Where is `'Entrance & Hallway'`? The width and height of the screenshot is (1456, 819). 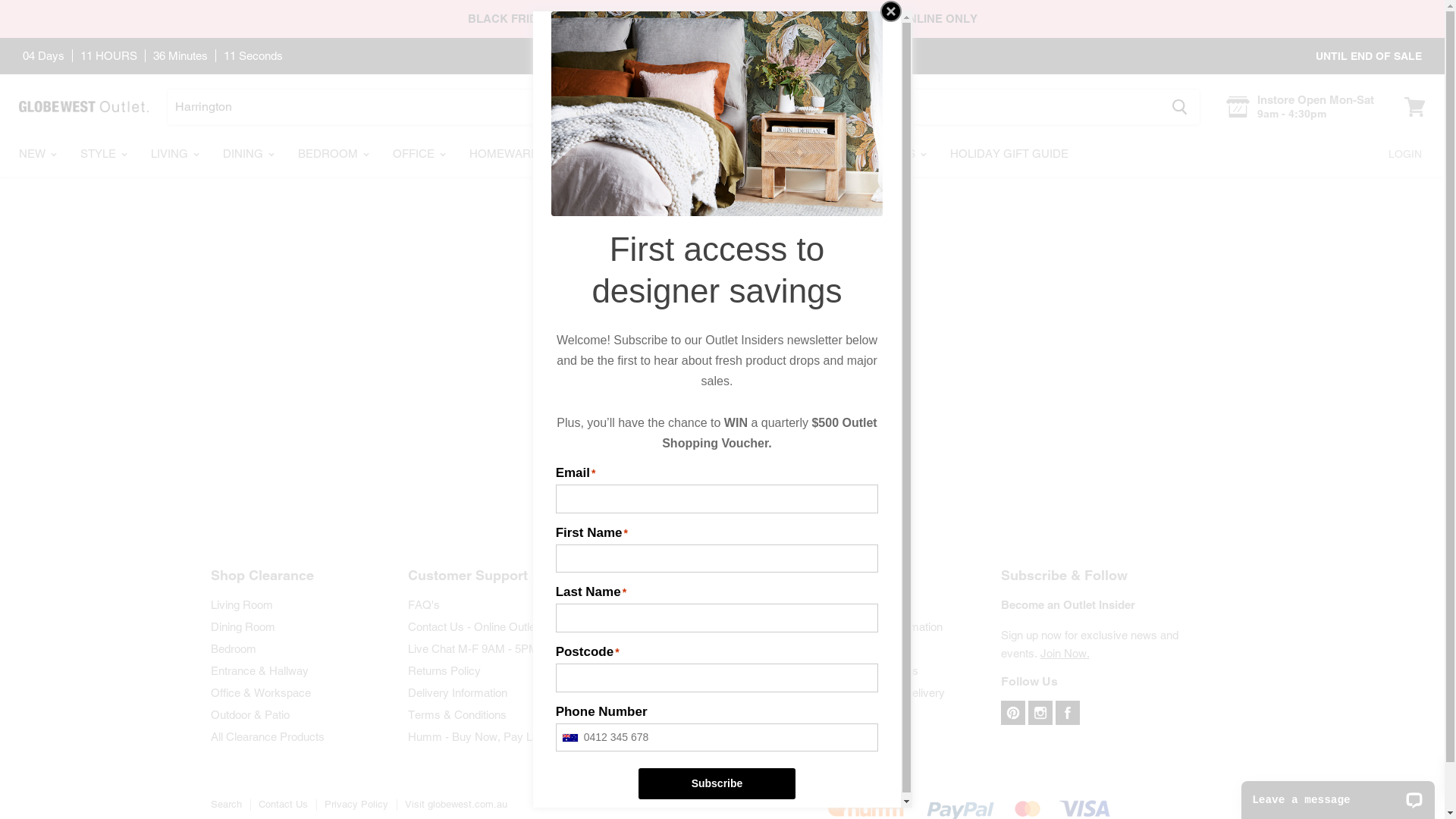
'Entrance & Hallway' is located at coordinates (210, 670).